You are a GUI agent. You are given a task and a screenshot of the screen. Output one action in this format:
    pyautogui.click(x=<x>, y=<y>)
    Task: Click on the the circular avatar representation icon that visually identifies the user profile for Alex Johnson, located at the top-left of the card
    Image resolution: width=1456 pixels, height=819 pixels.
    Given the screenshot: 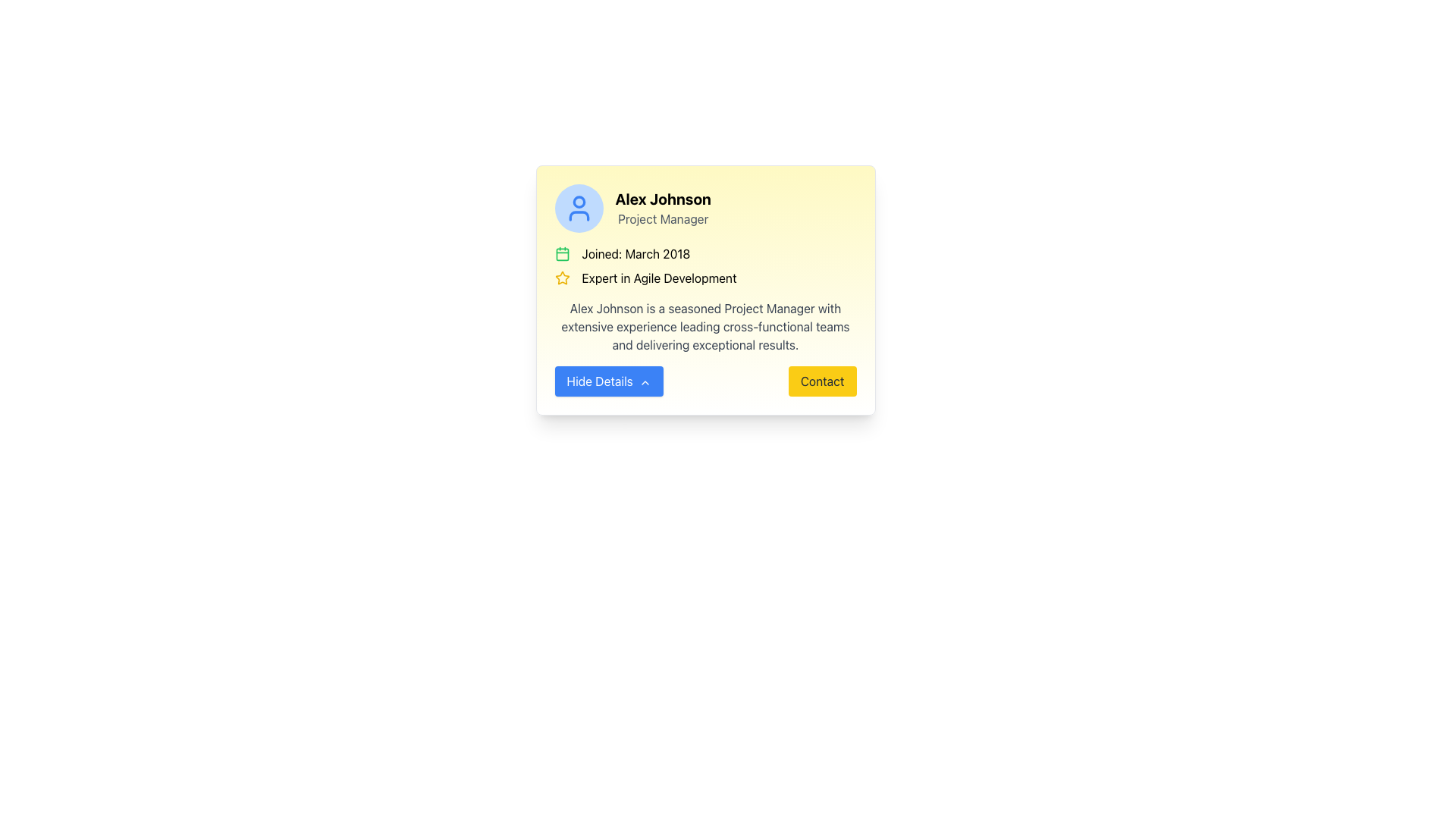 What is the action you would take?
    pyautogui.click(x=578, y=208)
    